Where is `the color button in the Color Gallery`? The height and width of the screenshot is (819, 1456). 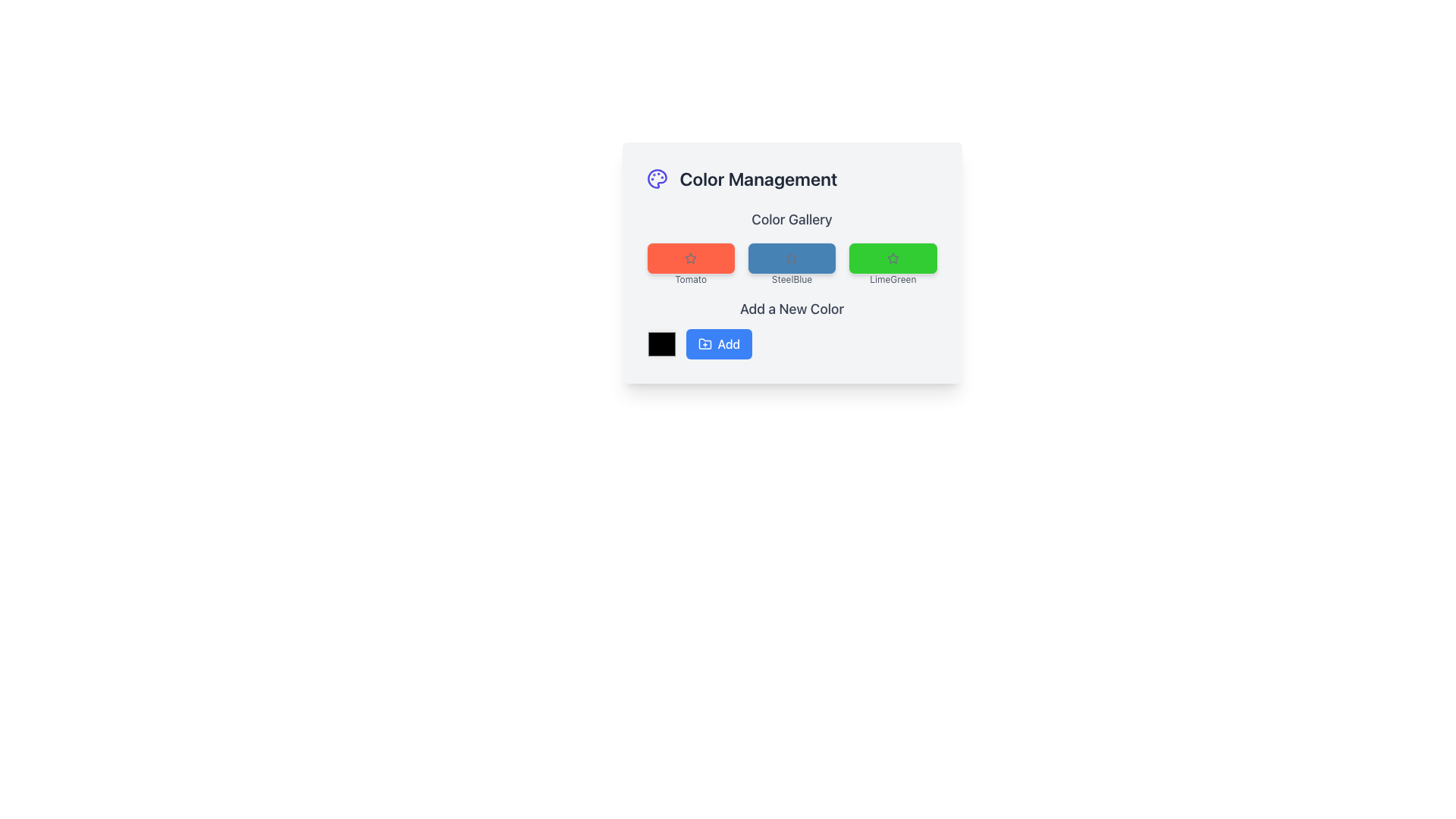 the color button in the Color Gallery is located at coordinates (791, 241).